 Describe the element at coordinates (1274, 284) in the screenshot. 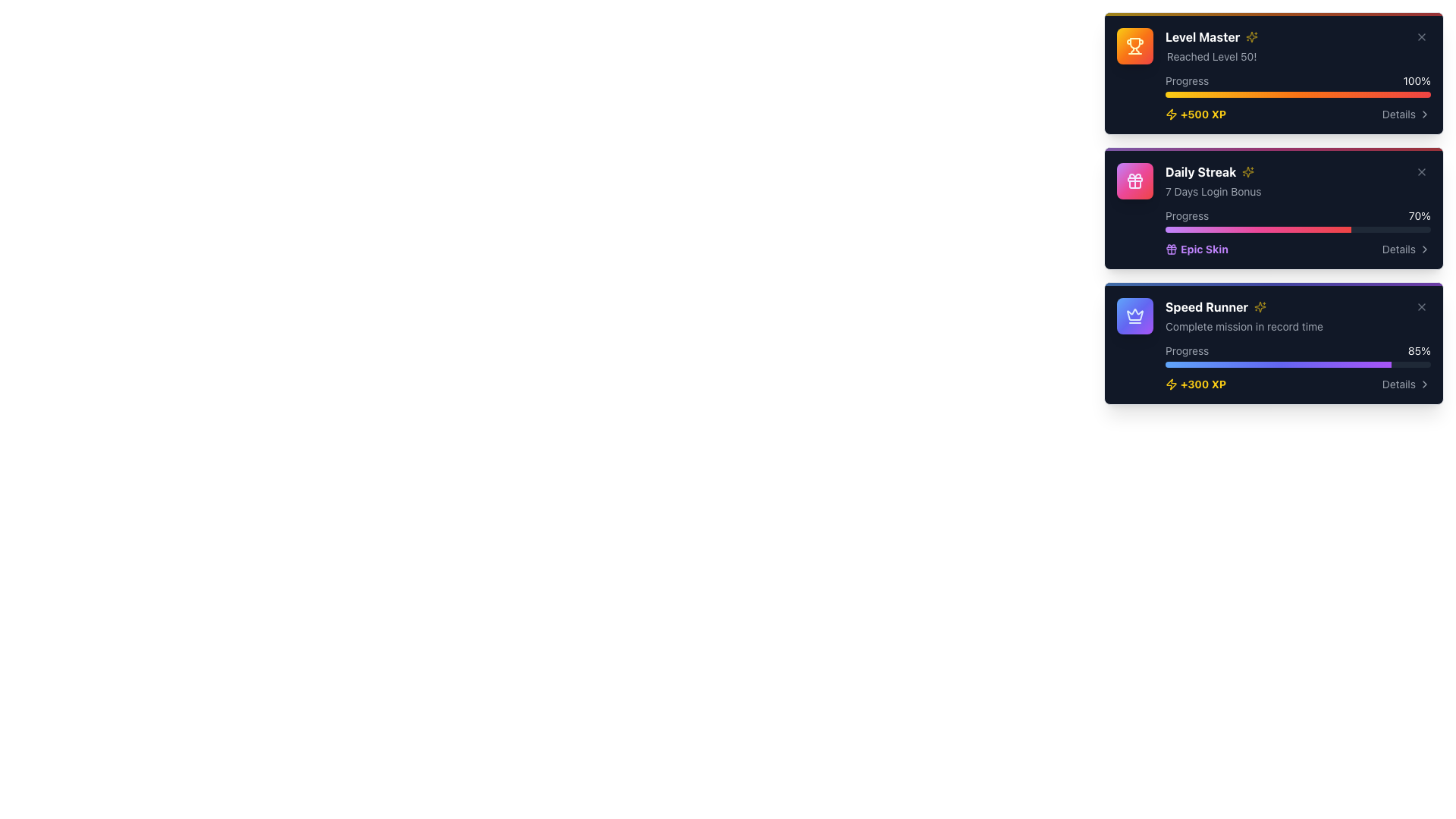

I see `the thin horizontal Separator bar with a gradient background located at the top of the 'Speed Runner' card` at that location.